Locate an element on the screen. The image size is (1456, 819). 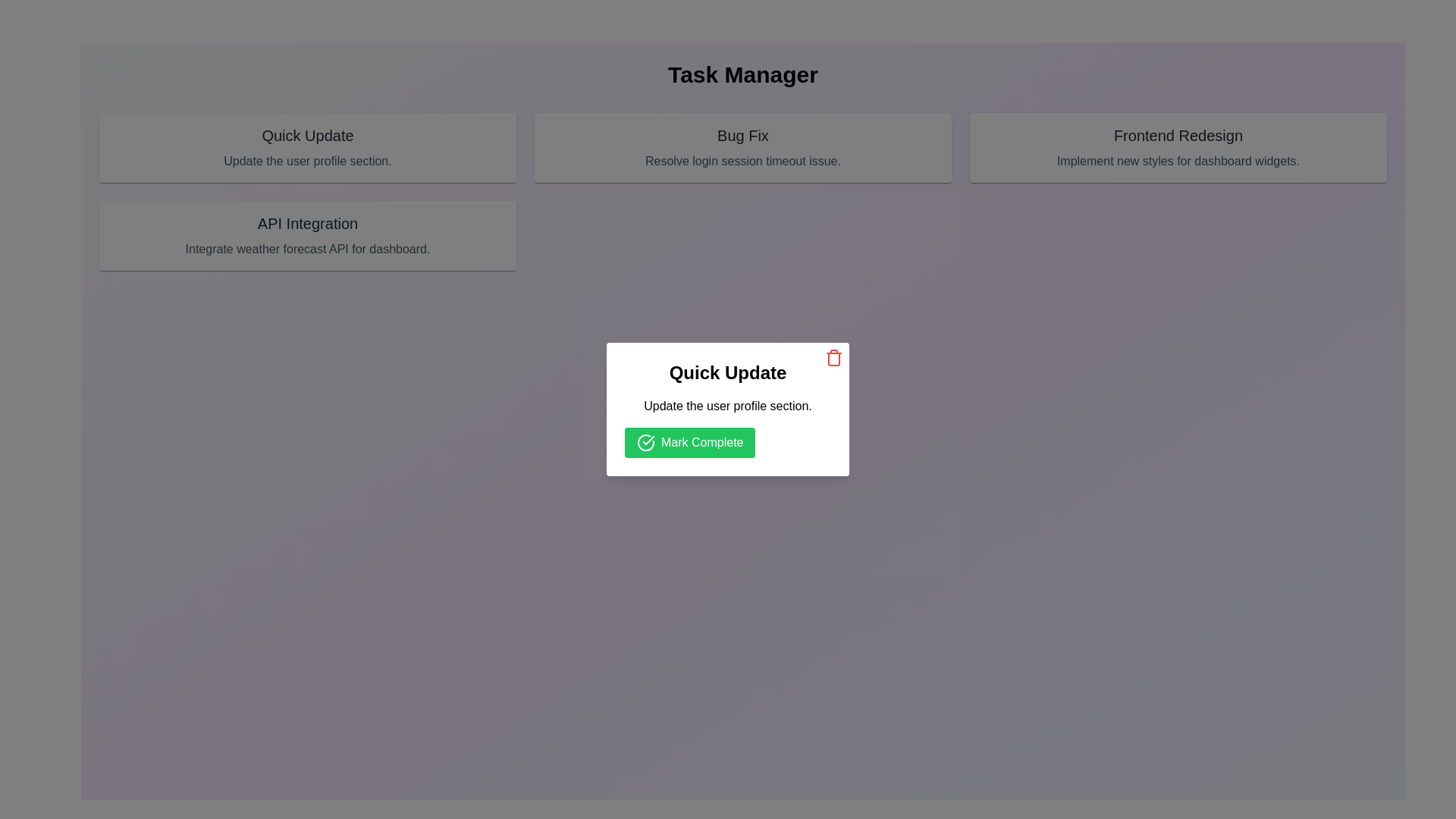
the checkmark icon embedded inside a circular background, which is located above the green button labeled 'Mark Complete' in the modal is located at coordinates (648, 441).